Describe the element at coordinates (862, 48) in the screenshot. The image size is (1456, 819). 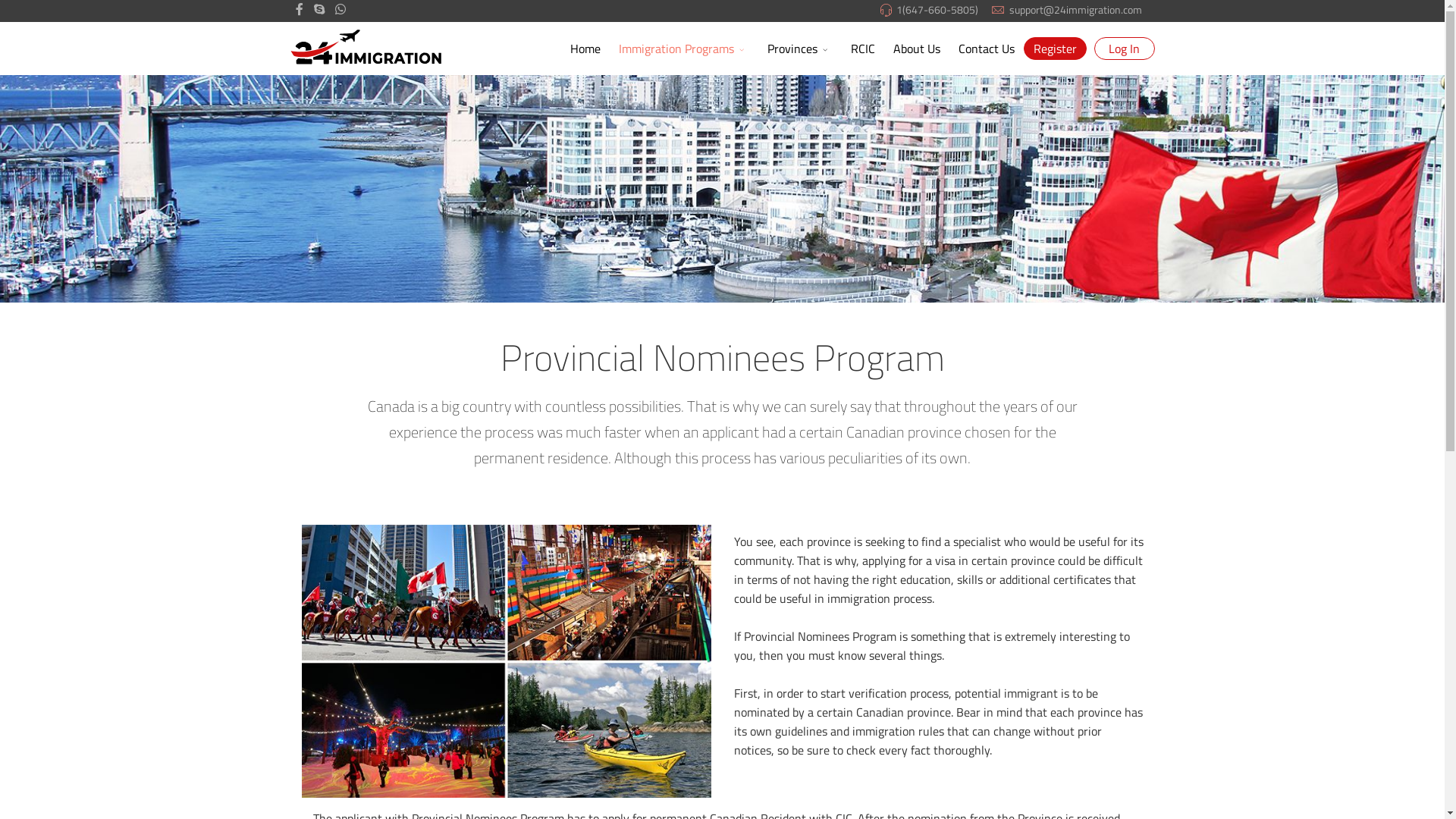
I see `'RCIC'` at that location.